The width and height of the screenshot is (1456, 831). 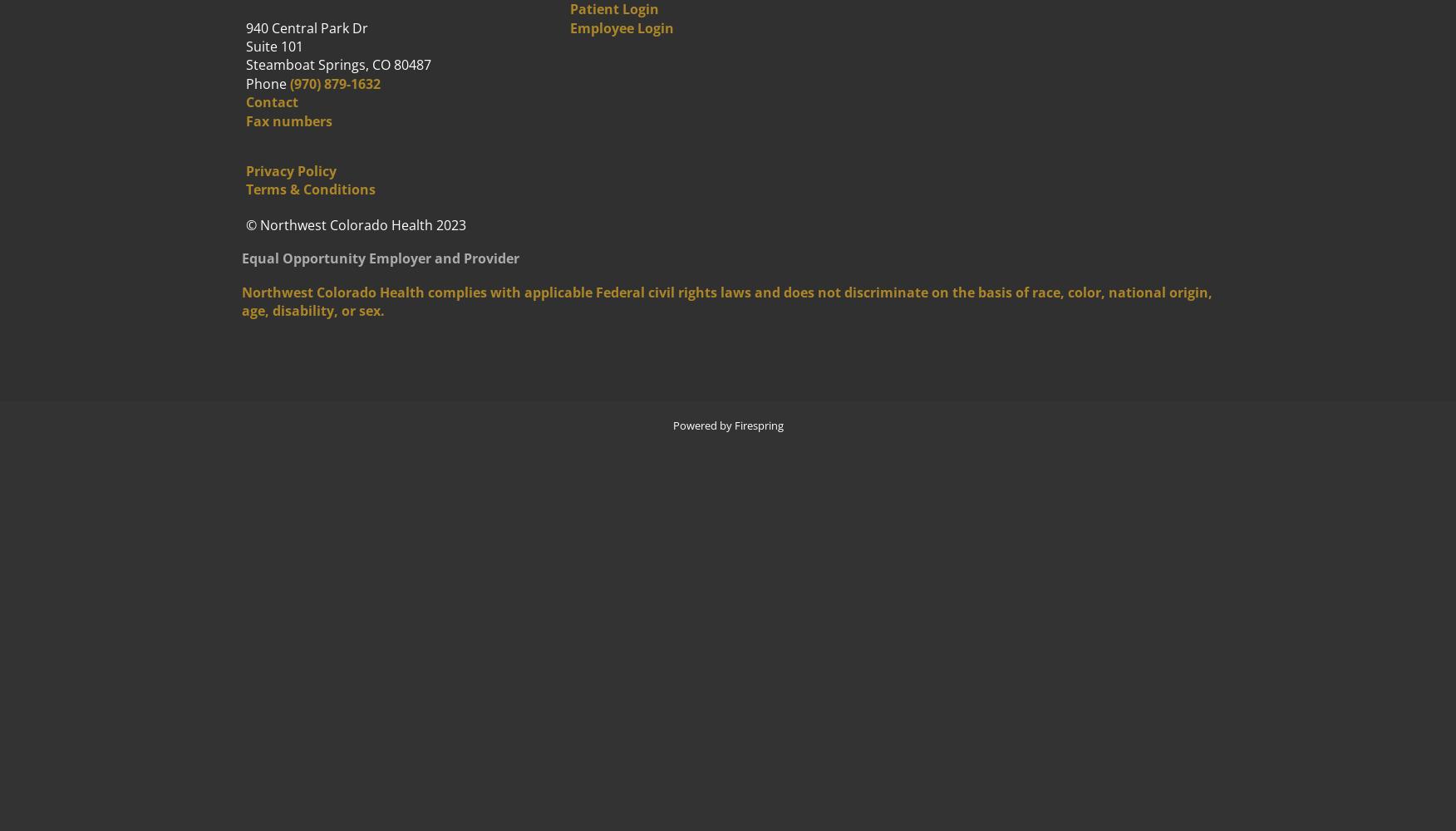 What do you see at coordinates (288, 120) in the screenshot?
I see `'Fax numbers'` at bounding box center [288, 120].